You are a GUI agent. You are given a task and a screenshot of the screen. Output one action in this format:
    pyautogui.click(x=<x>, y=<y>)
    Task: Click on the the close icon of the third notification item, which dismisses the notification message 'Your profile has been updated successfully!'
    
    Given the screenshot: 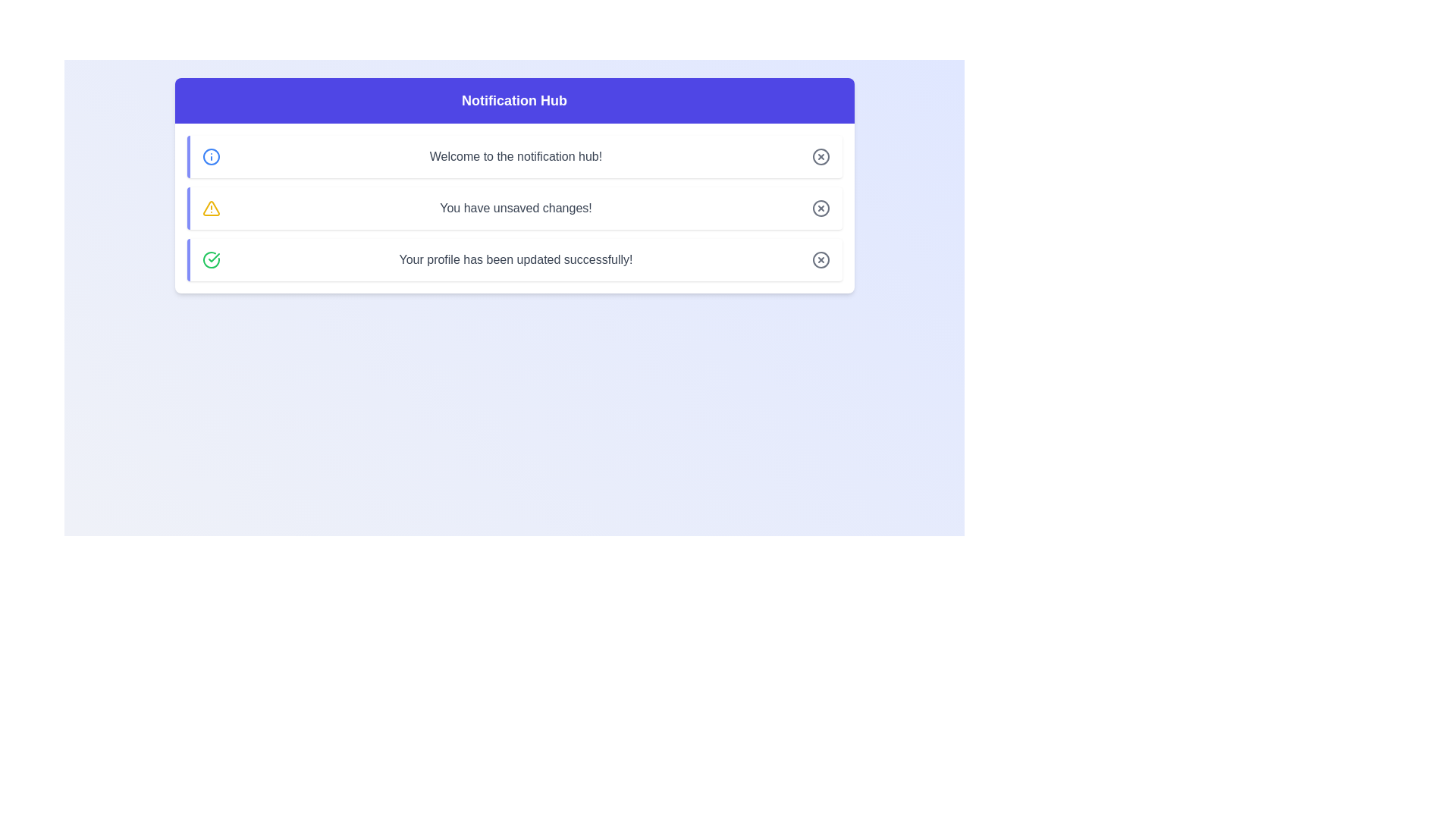 What is the action you would take?
    pyautogui.click(x=820, y=259)
    